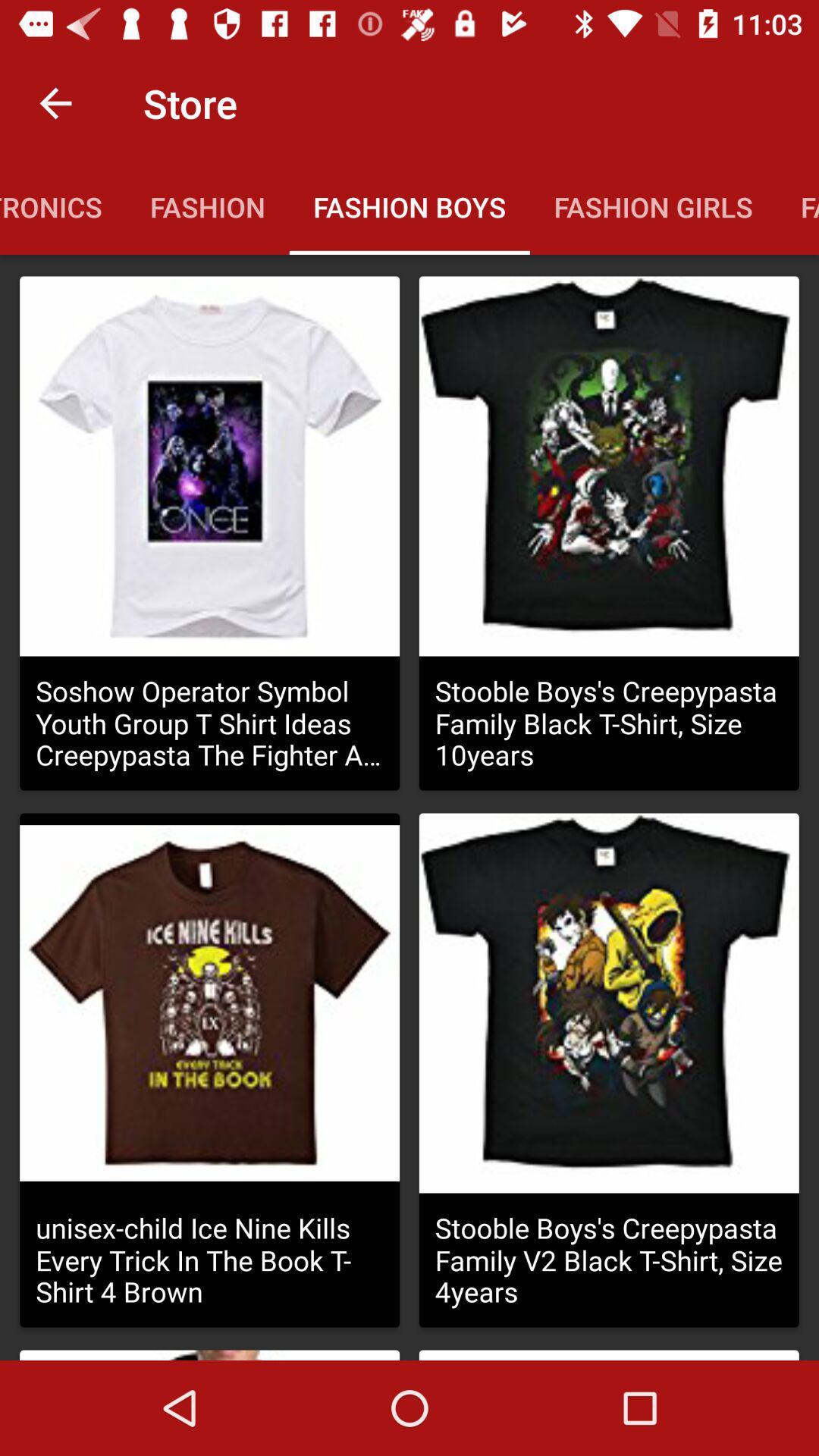 This screenshot has width=819, height=1456. I want to click on item above the electronics icon, so click(55, 102).